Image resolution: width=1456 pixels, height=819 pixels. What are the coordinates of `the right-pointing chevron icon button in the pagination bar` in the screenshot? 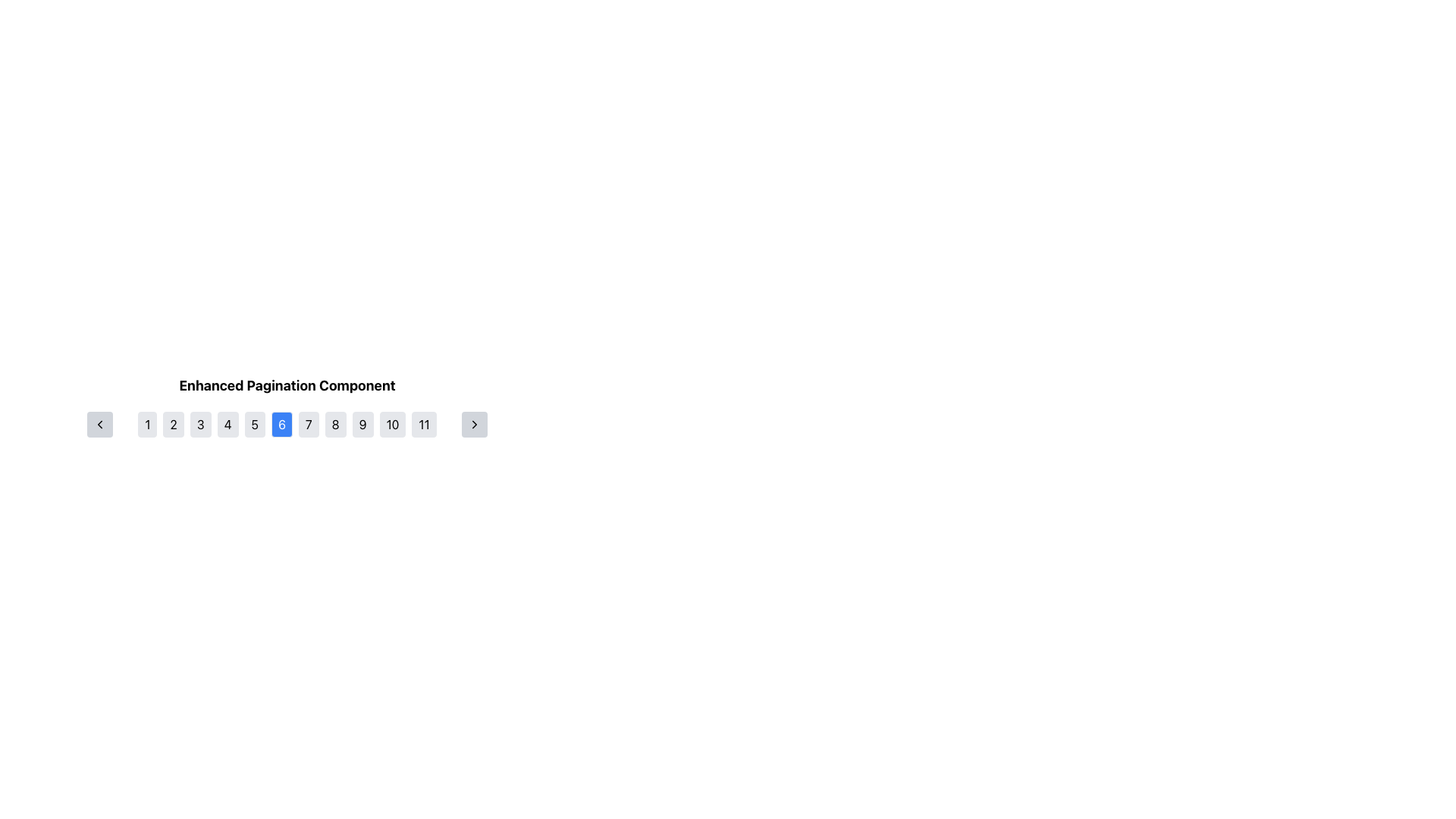 It's located at (473, 424).